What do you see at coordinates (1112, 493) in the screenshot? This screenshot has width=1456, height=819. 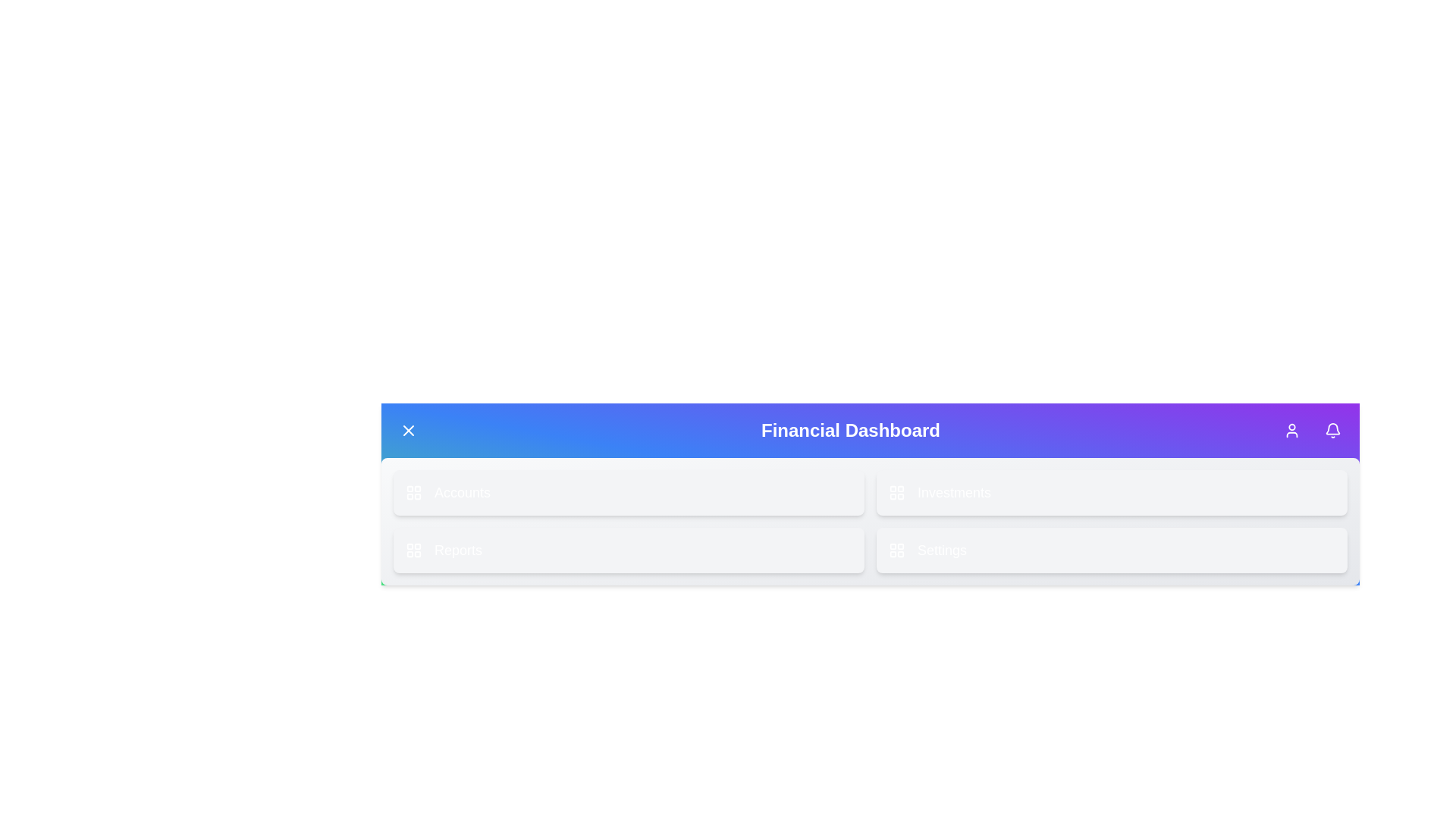 I see `the 'Investments' section button` at bounding box center [1112, 493].